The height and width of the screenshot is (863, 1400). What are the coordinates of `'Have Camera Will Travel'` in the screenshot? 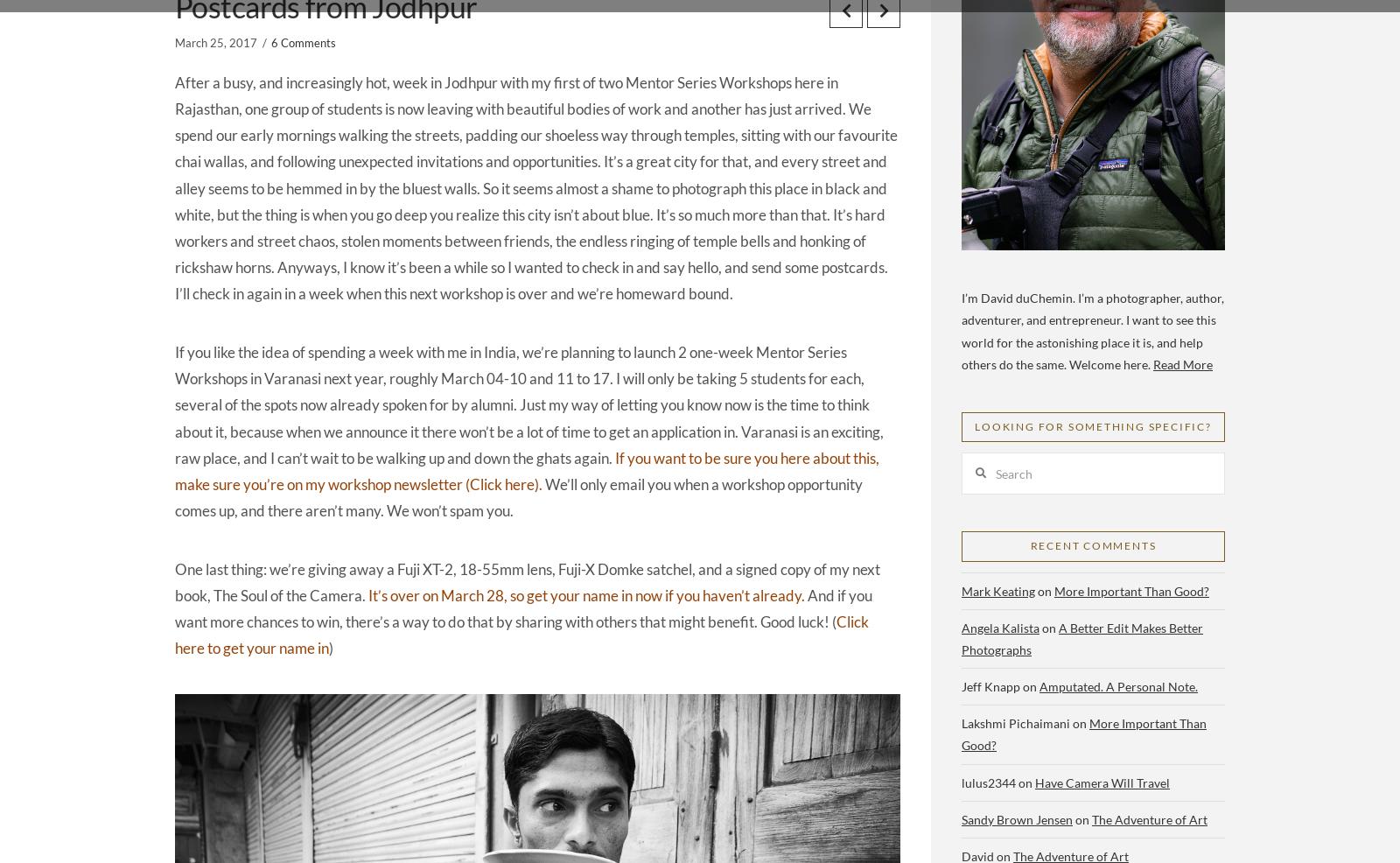 It's located at (1102, 781).